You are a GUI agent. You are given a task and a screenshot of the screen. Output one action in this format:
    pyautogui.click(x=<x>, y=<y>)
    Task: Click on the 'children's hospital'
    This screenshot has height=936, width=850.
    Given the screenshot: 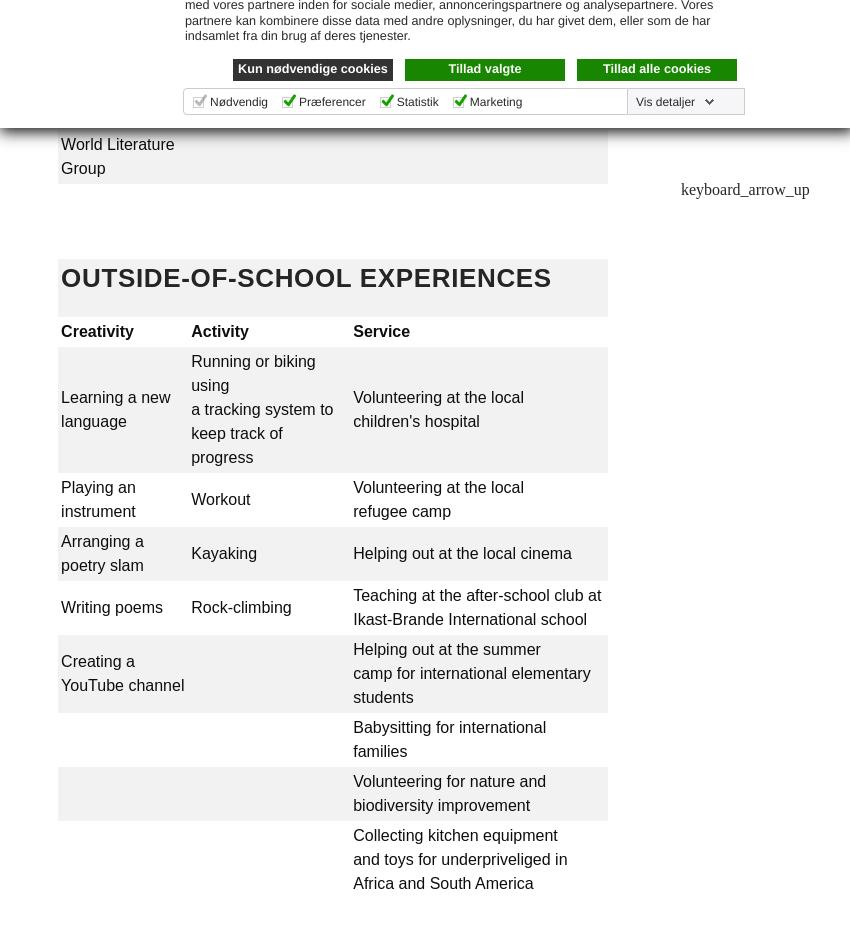 What is the action you would take?
    pyautogui.click(x=416, y=420)
    